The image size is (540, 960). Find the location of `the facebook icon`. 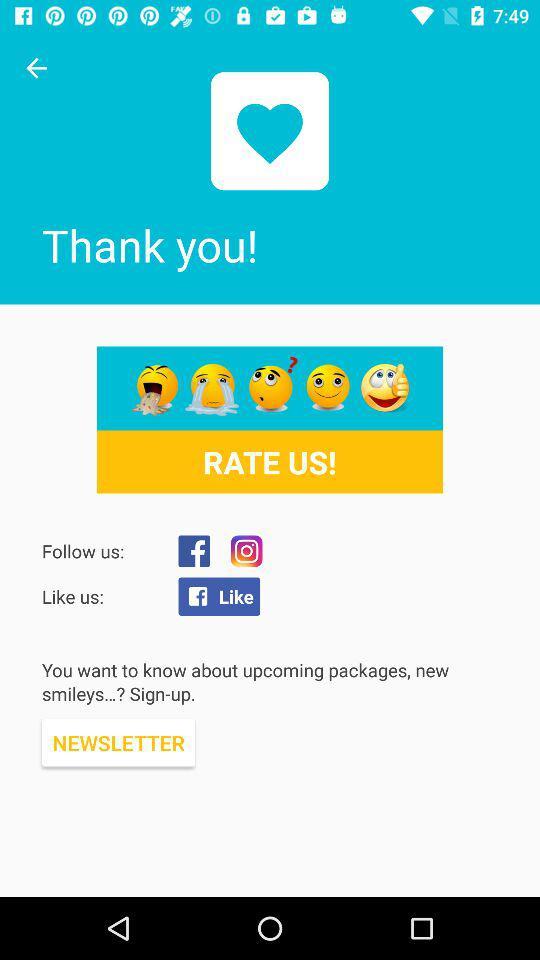

the facebook icon is located at coordinates (194, 551).